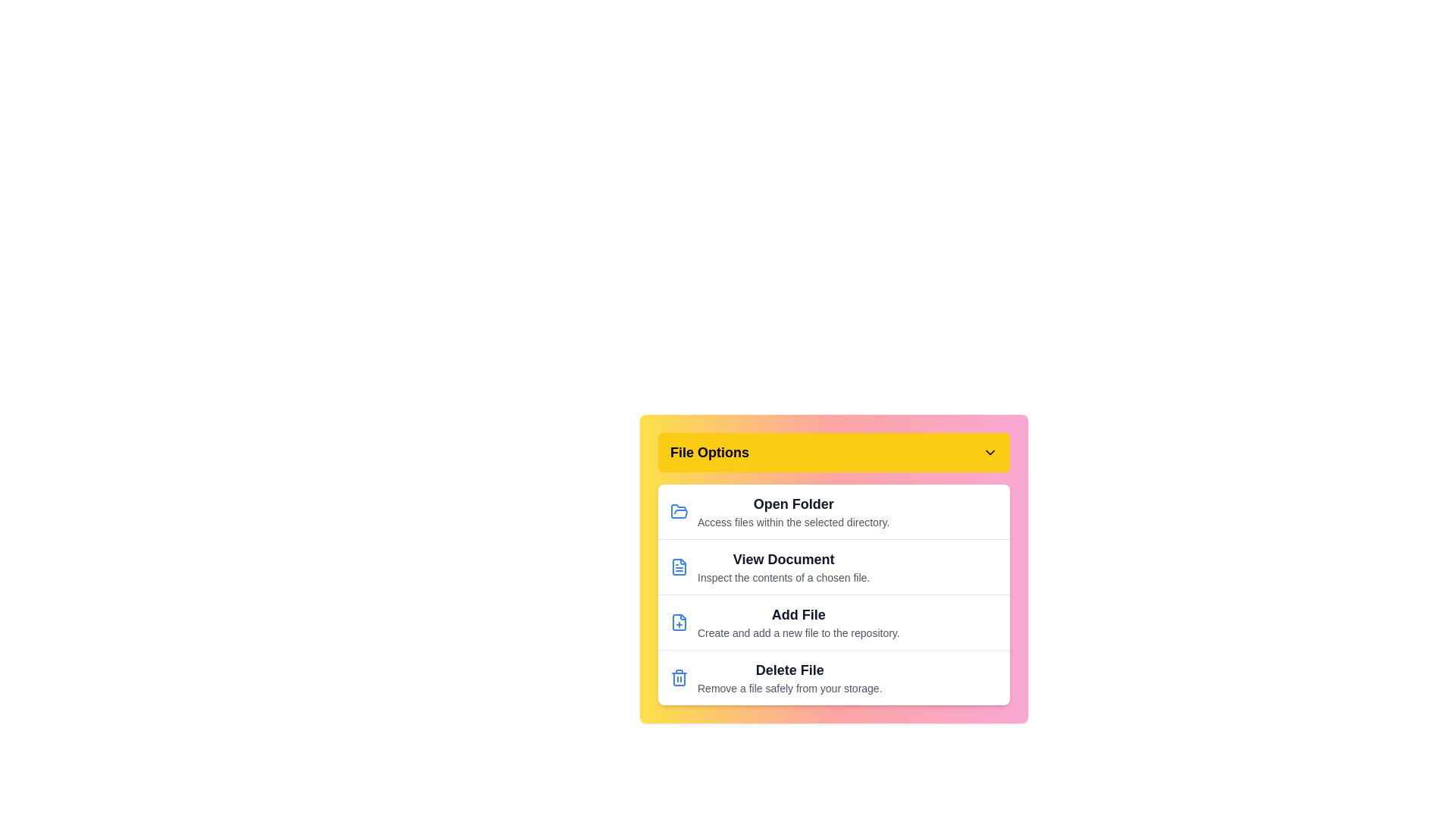  What do you see at coordinates (789, 688) in the screenshot?
I see `the textual description that reads 'Remove a file safely from your storage.' located below the bold title 'Delete File' in the 'File Options' menu` at bounding box center [789, 688].